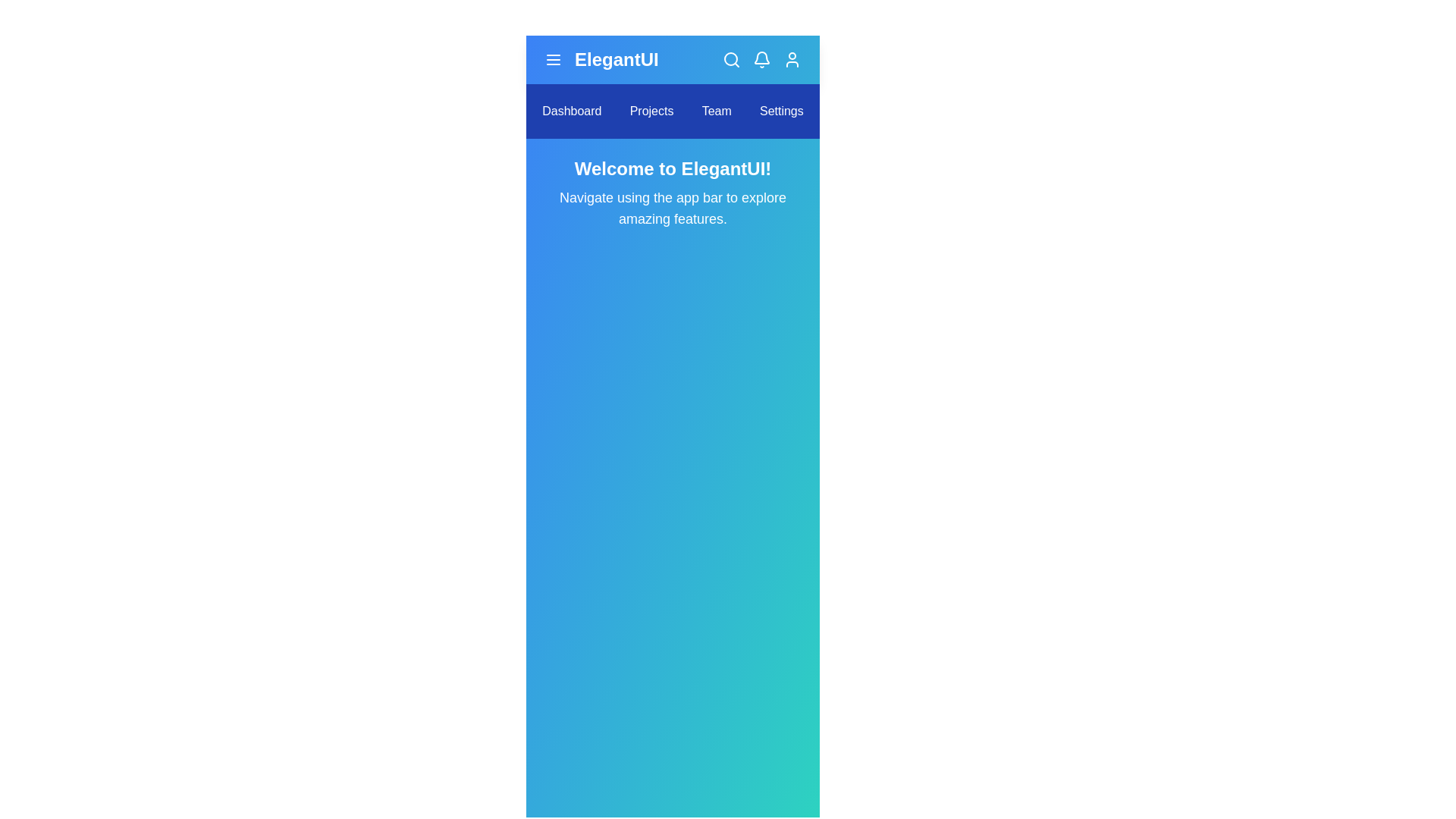  I want to click on the navigation bar item labeled Settings to navigate to that section, so click(781, 110).